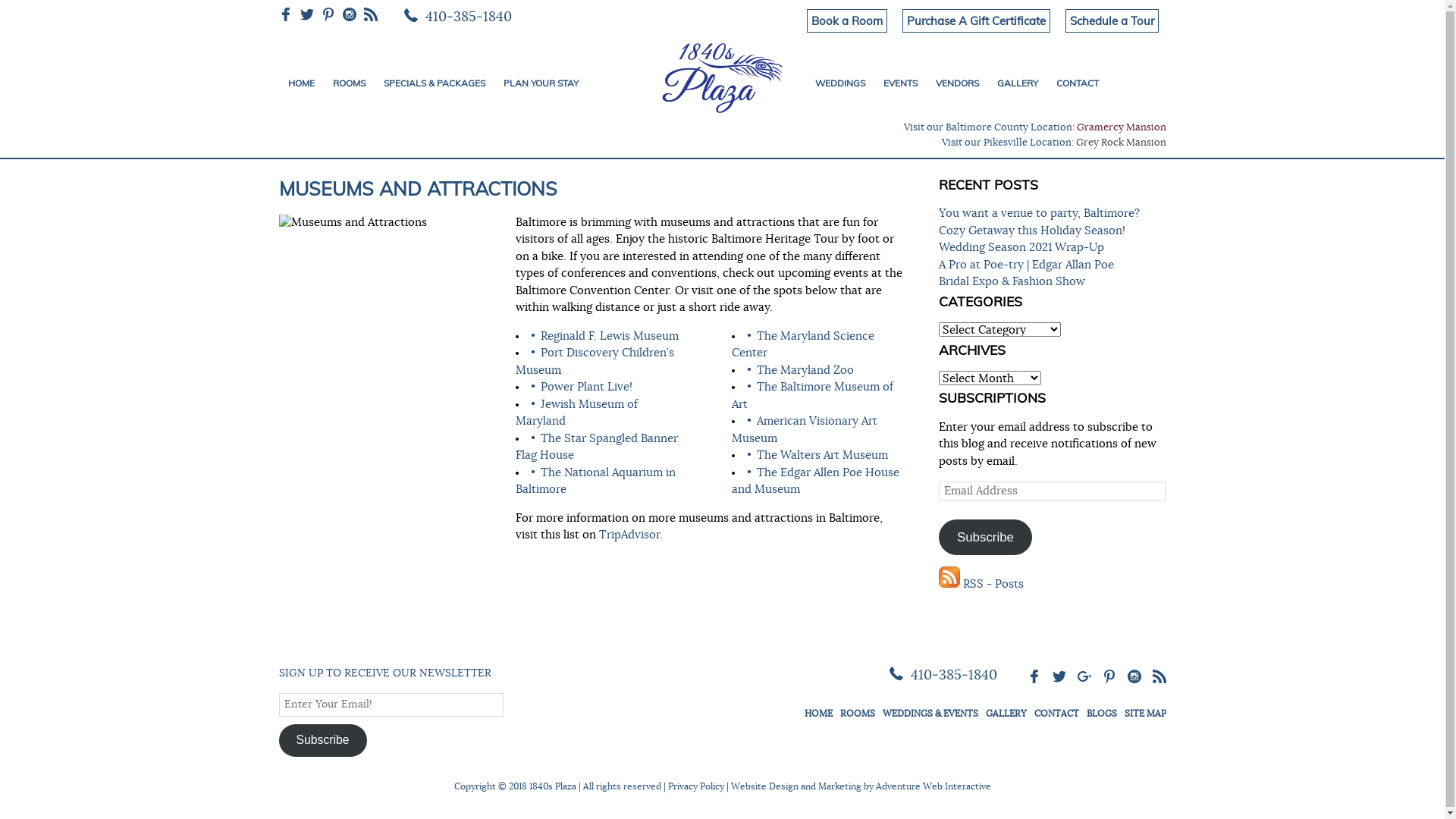  I want to click on 'HOME', so click(301, 83).